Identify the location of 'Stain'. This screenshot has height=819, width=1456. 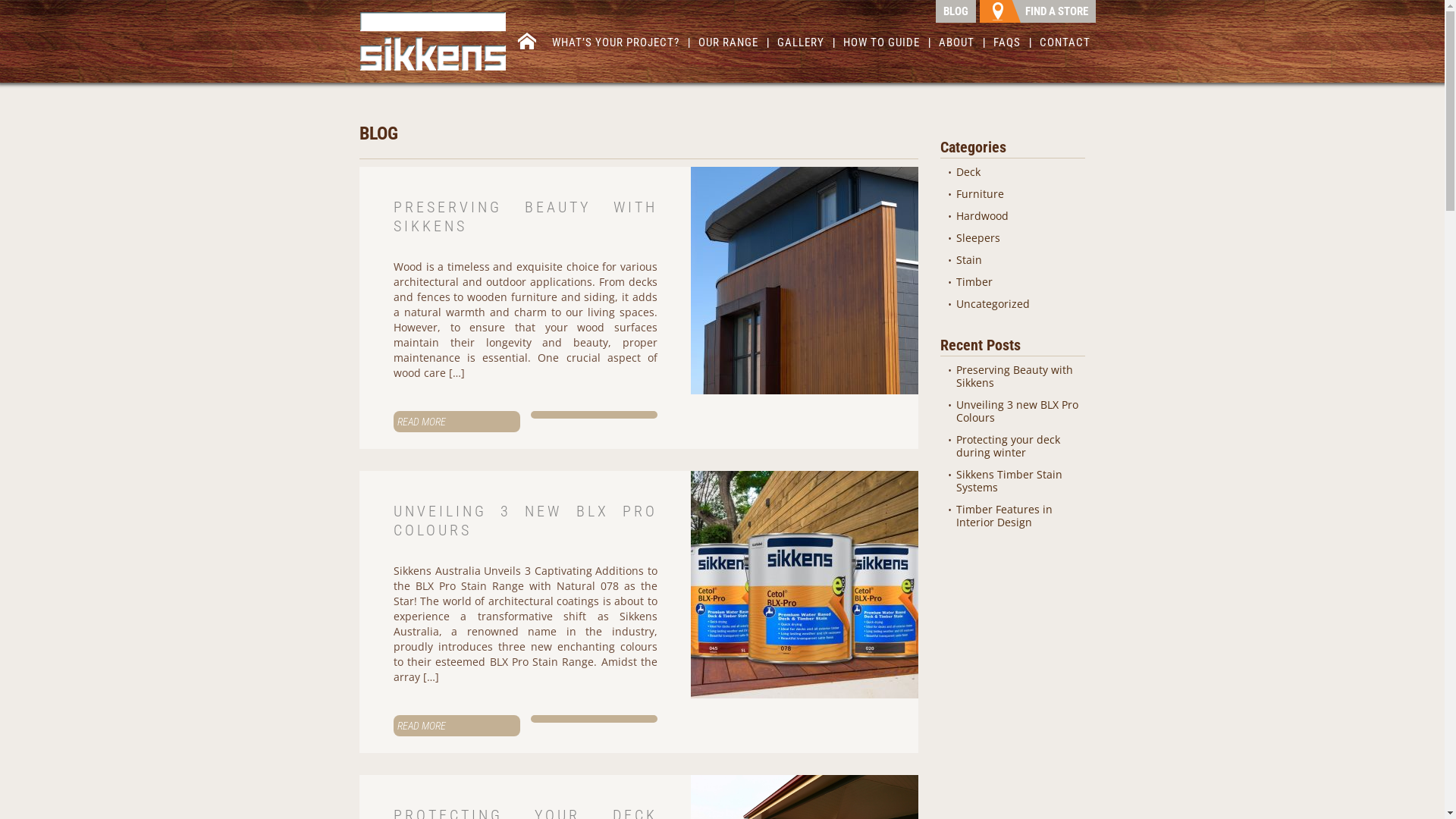
(968, 259).